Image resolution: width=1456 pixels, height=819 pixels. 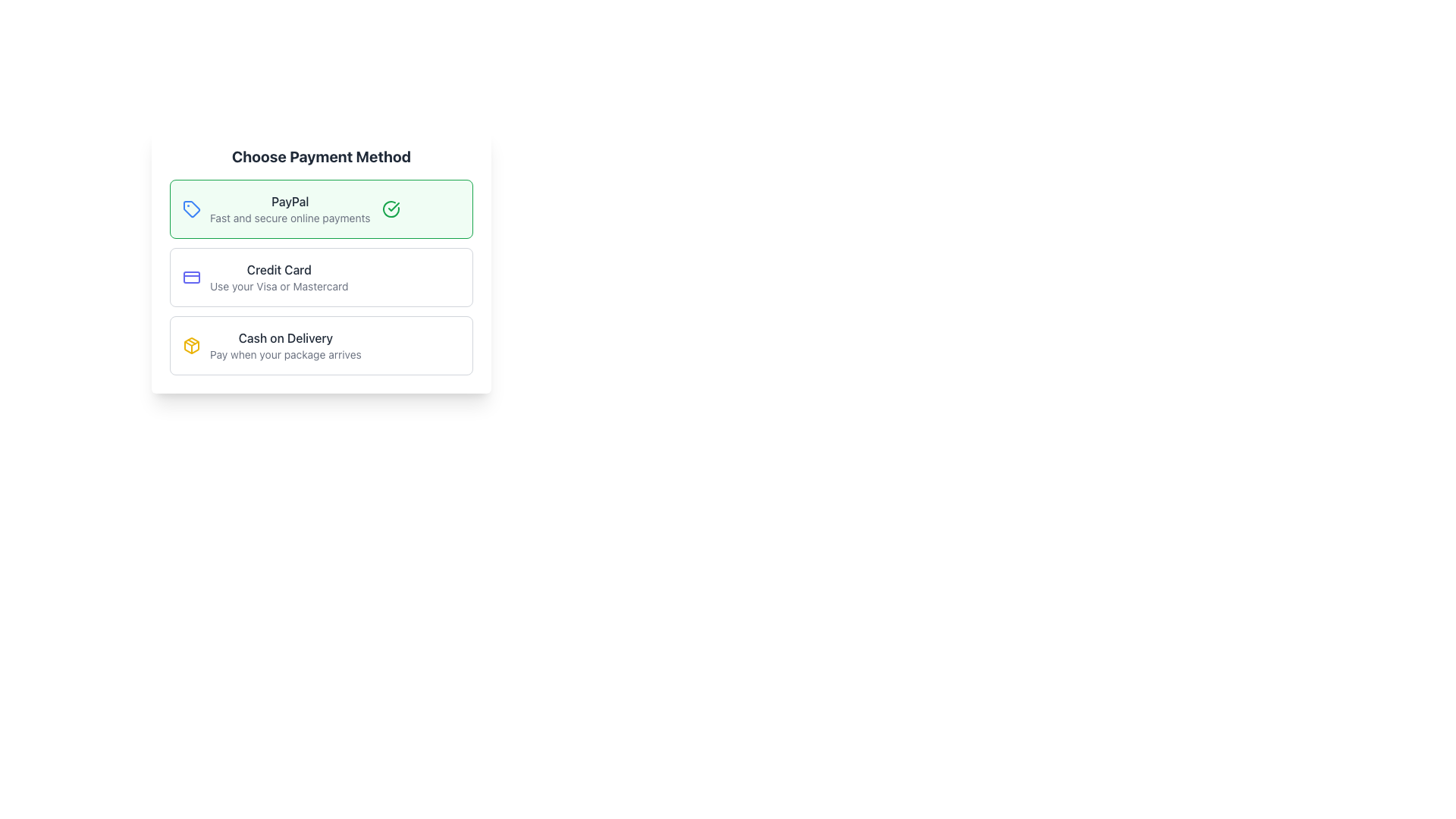 I want to click on the 'Cash on Delivery' payment option title label located at the top of its option box in the 'Choose Payment Method' section, so click(x=285, y=337).